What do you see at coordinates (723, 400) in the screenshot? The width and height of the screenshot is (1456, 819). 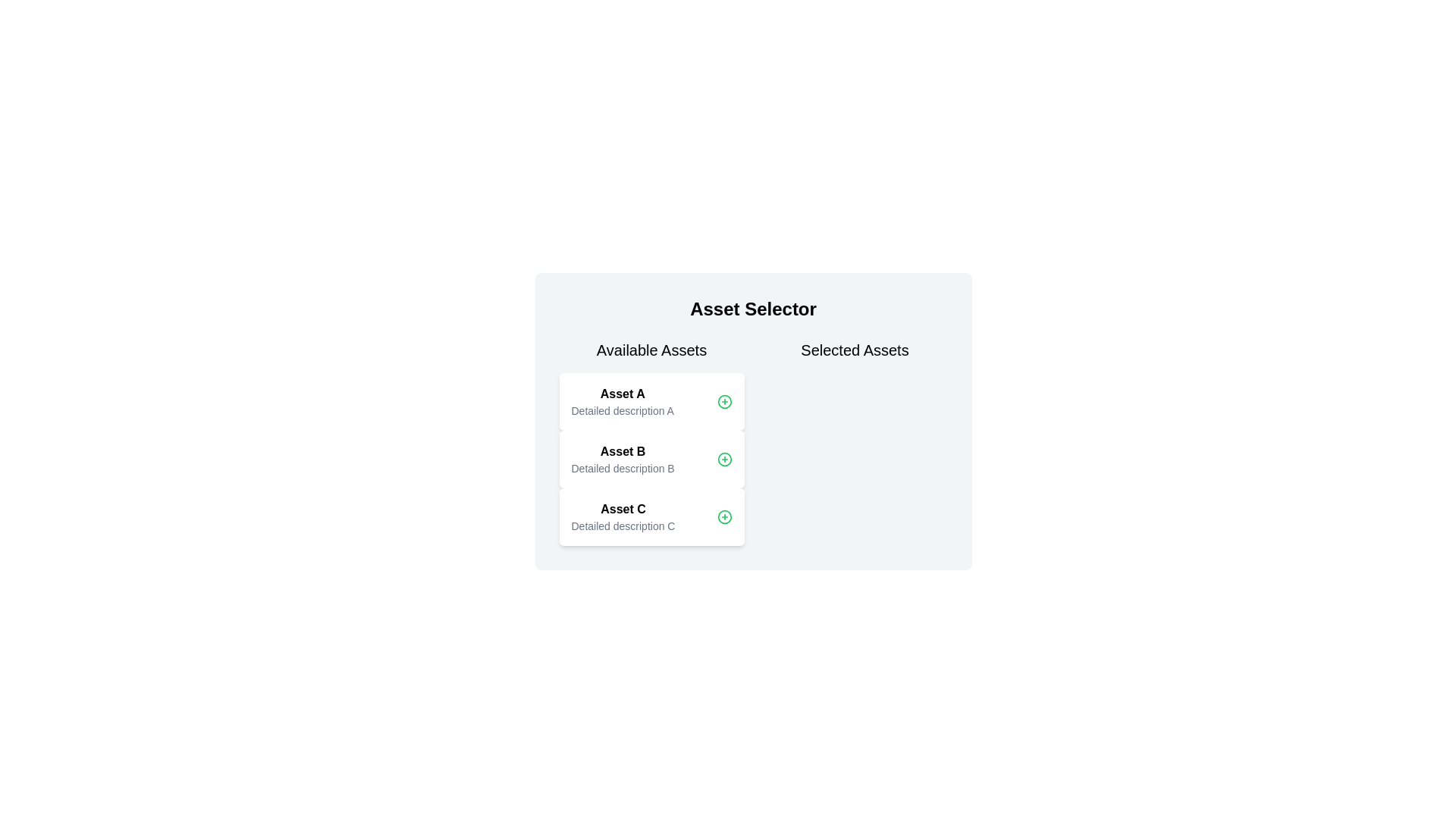 I see `the green circular button with a plus symbol, which is associated with 'Asset B'` at bounding box center [723, 400].